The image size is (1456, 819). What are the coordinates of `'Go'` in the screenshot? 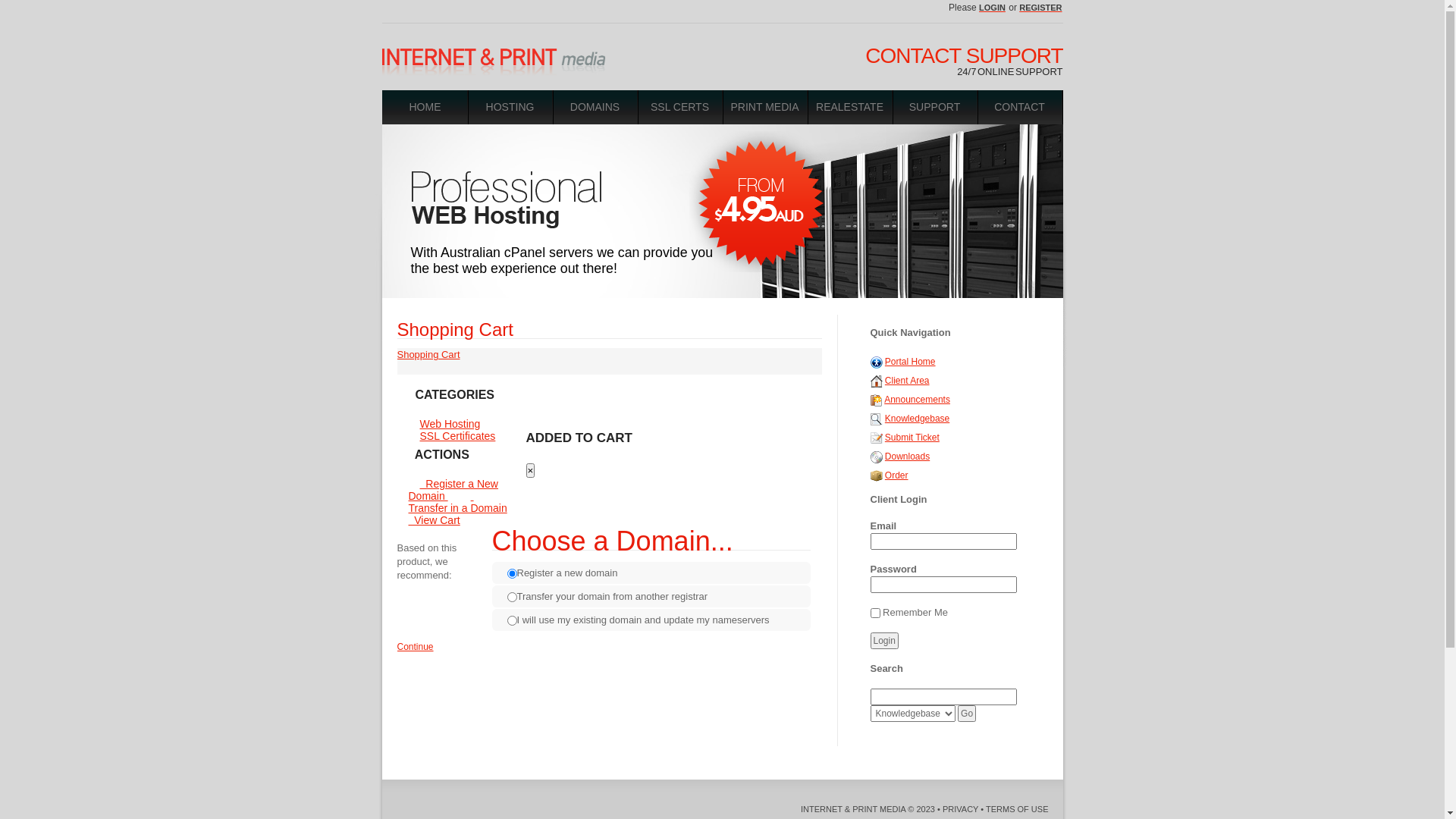 It's located at (966, 714).